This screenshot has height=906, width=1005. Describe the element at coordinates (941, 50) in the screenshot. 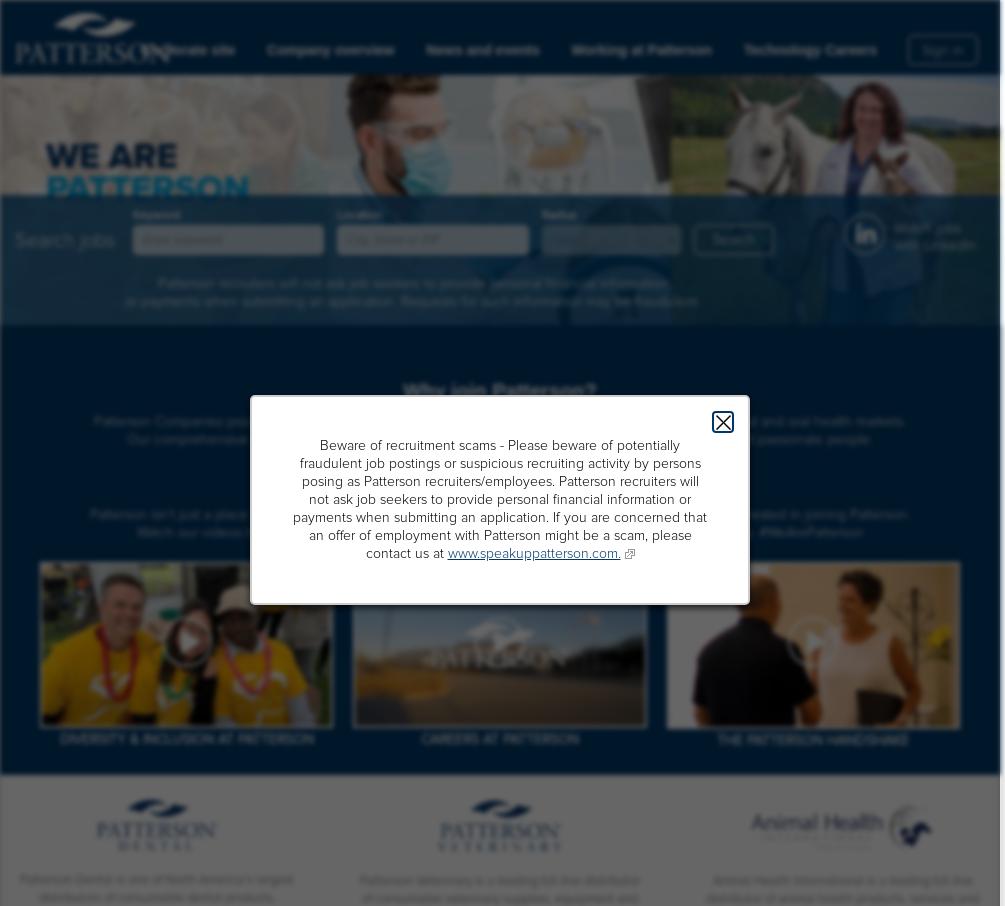

I see `'Sign in'` at that location.